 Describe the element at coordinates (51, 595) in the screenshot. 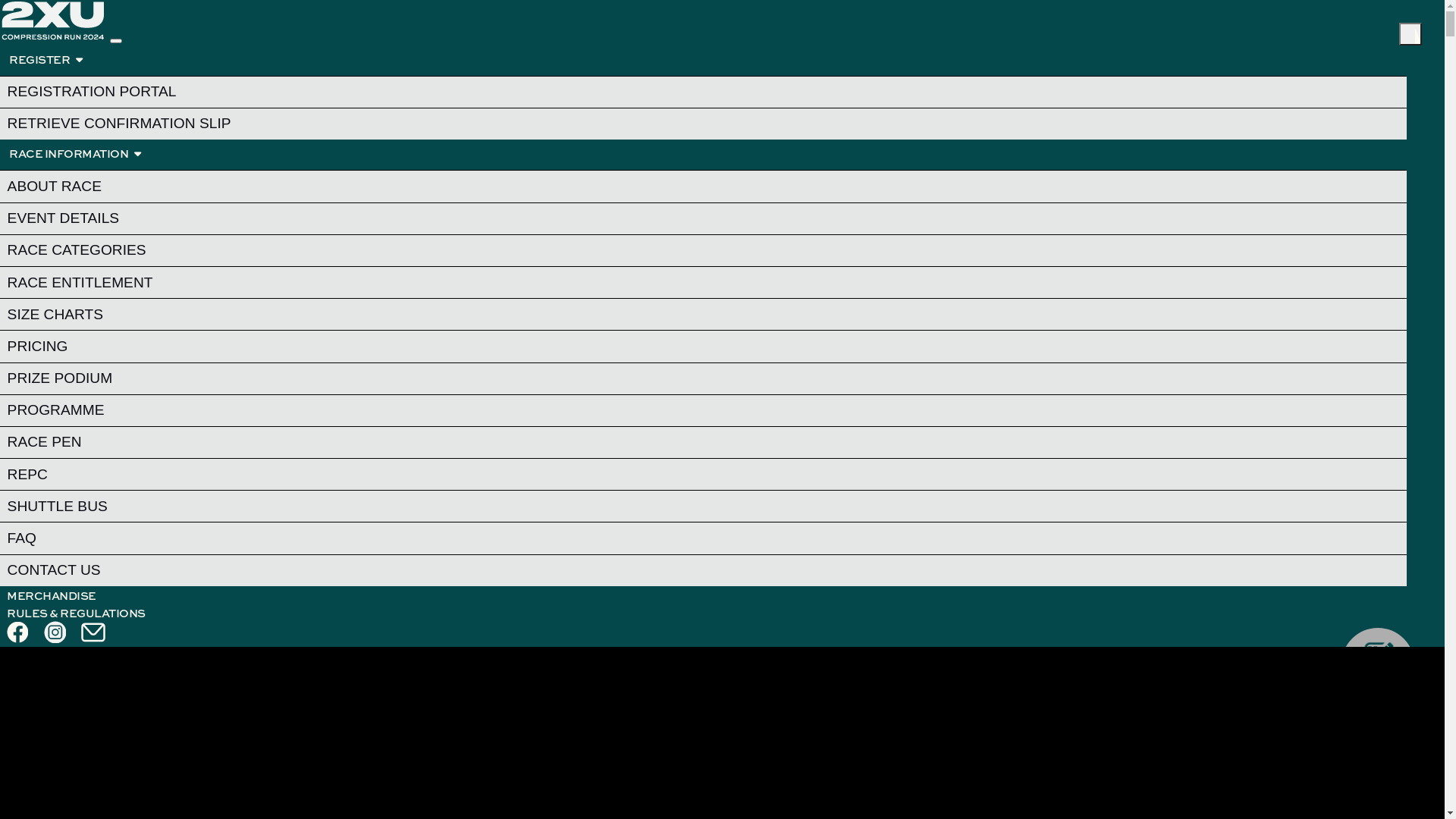

I see `'MERCHANDISE'` at that location.